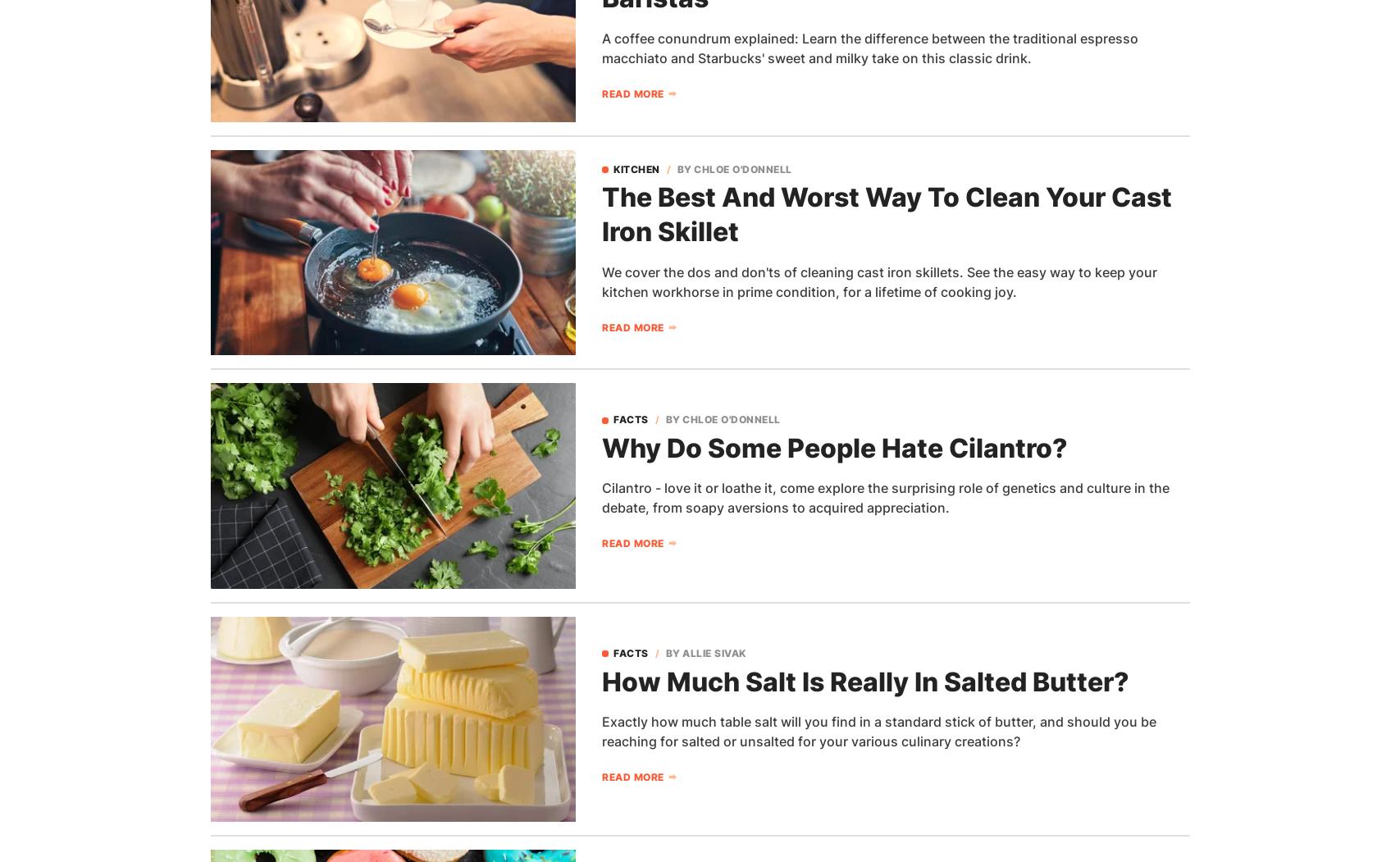  What do you see at coordinates (636, 168) in the screenshot?
I see `'Kitchen'` at bounding box center [636, 168].